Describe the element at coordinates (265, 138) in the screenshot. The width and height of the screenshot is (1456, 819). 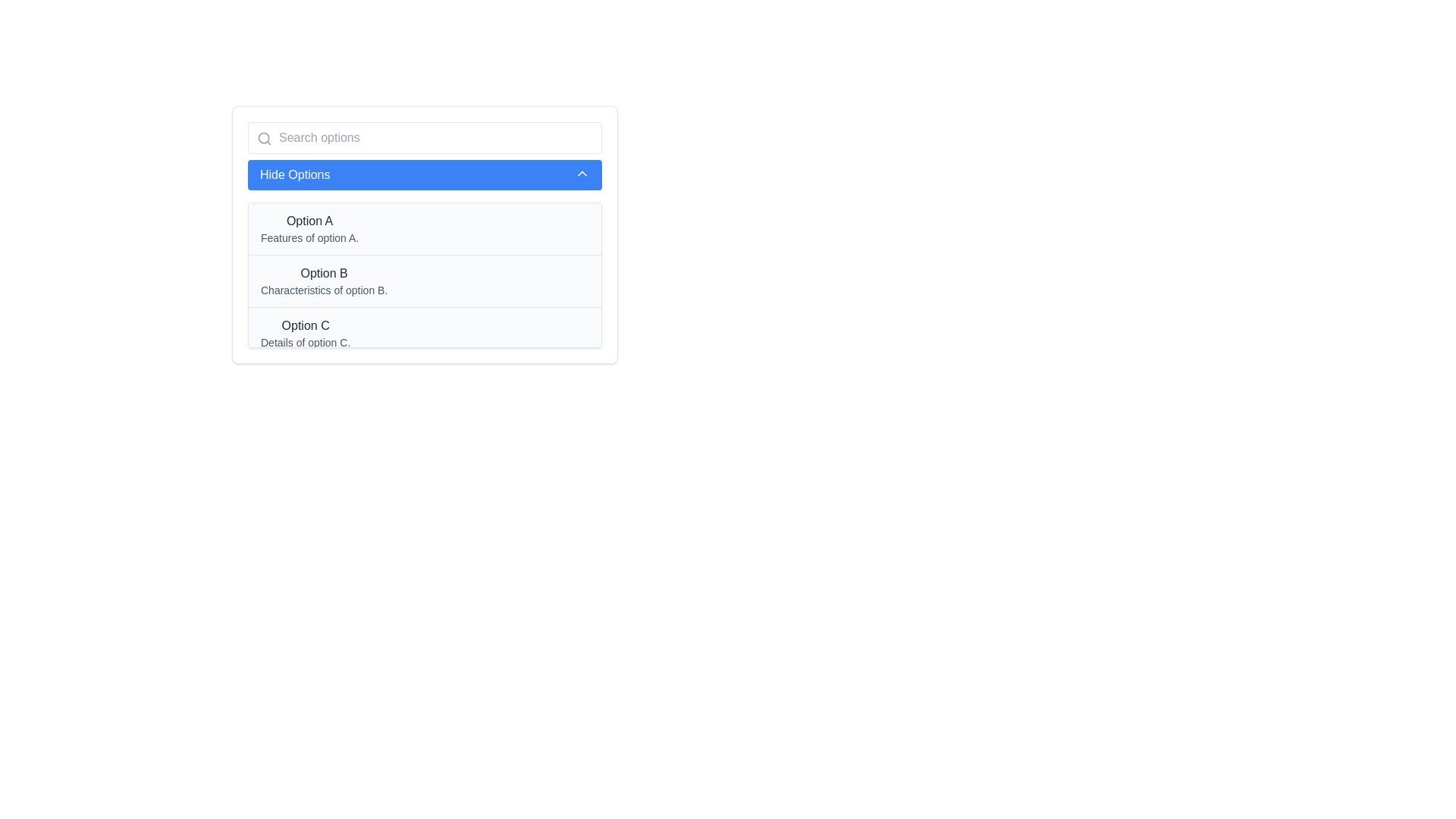
I see `the search icon located in the top left corner of the input field labeled 'Search options', which serves as a visual cue for search functionality` at that location.